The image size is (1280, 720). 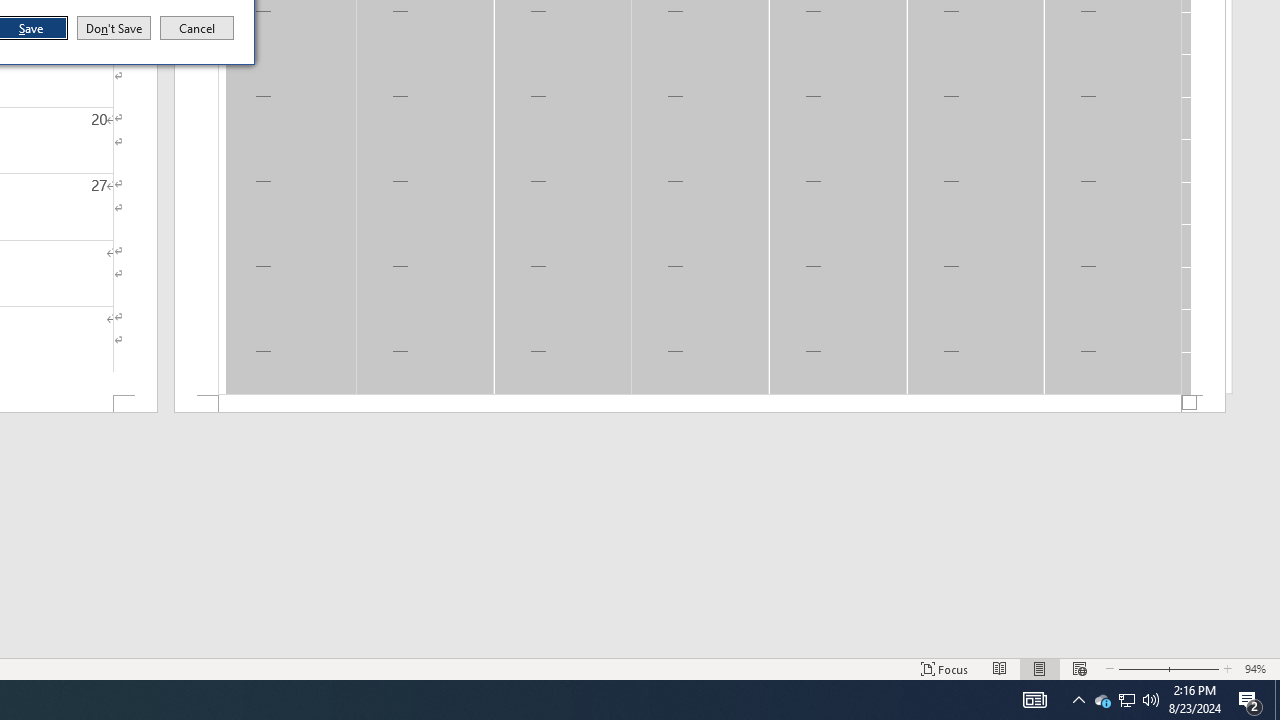 What do you see at coordinates (1151, 698) in the screenshot?
I see `'Q2790: 100%'` at bounding box center [1151, 698].